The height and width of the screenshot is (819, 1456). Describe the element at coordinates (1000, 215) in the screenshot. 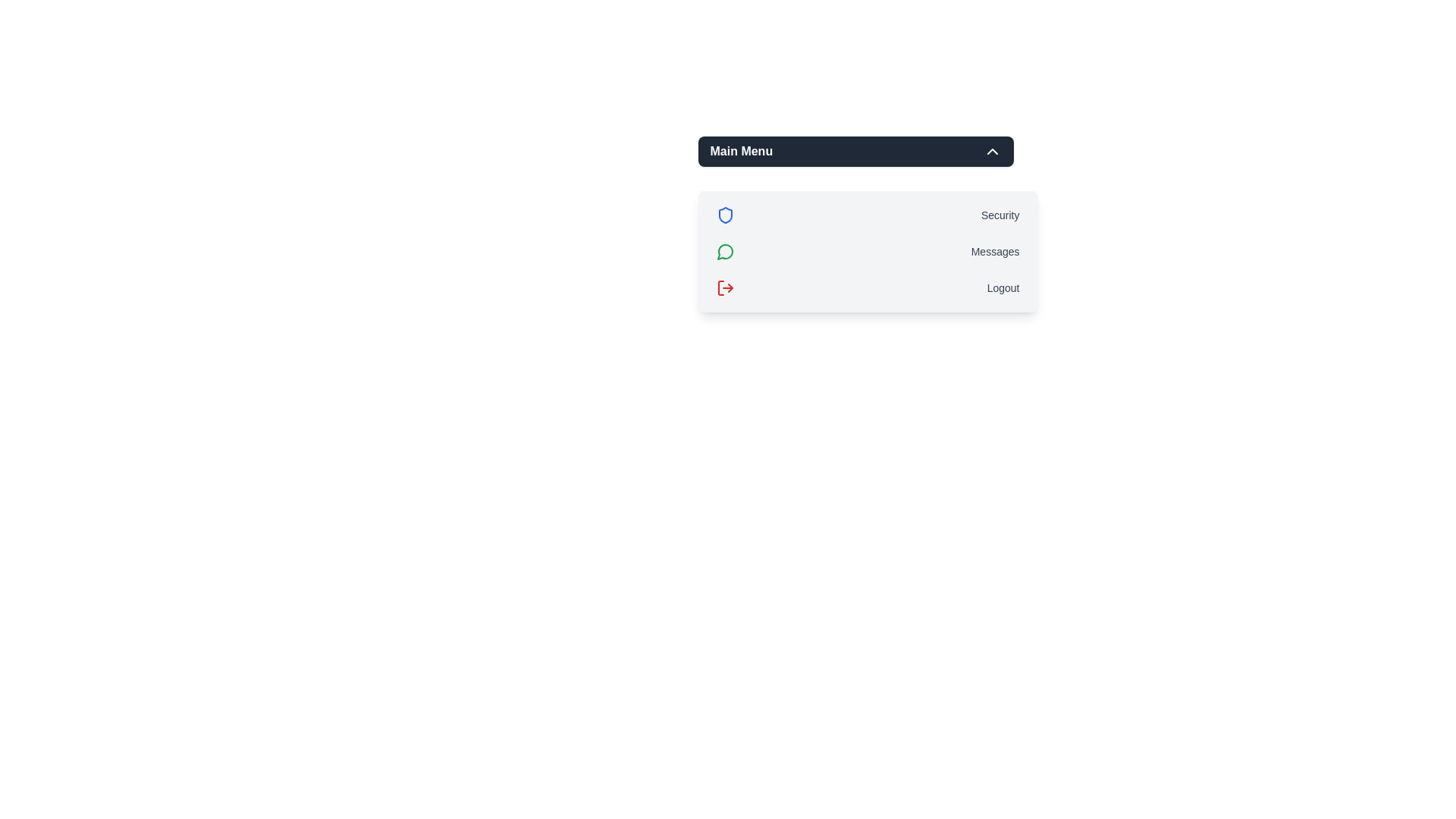

I see `text from the 'Security' label located in the top-right corner of the dropdown menu under the 'Main Menu' header` at that location.